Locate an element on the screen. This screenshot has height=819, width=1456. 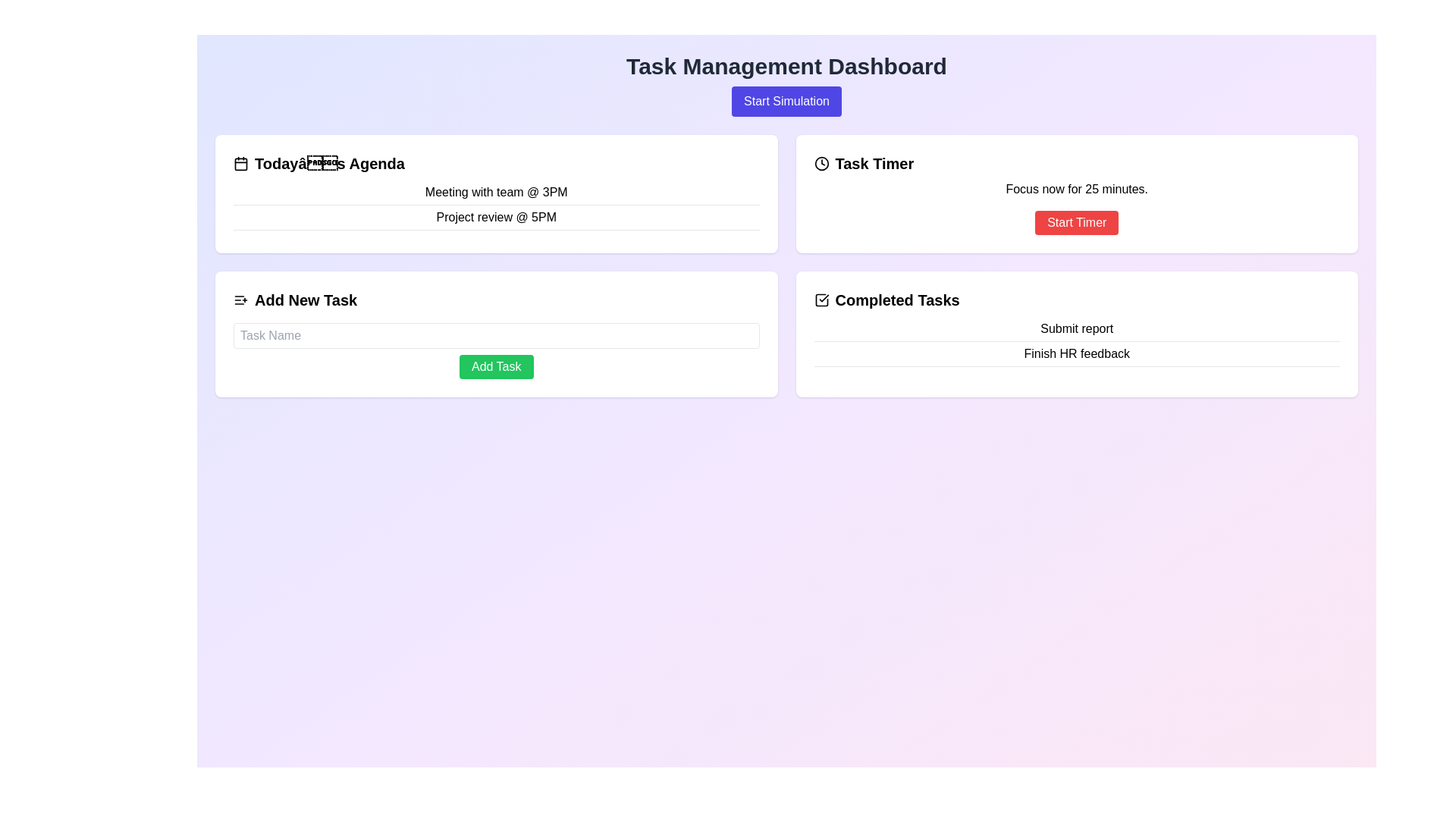
the 'Add New Task' icon, which is located to the left of the 'Add New Task' text in the bottom-left area of the interface is located at coordinates (240, 300).